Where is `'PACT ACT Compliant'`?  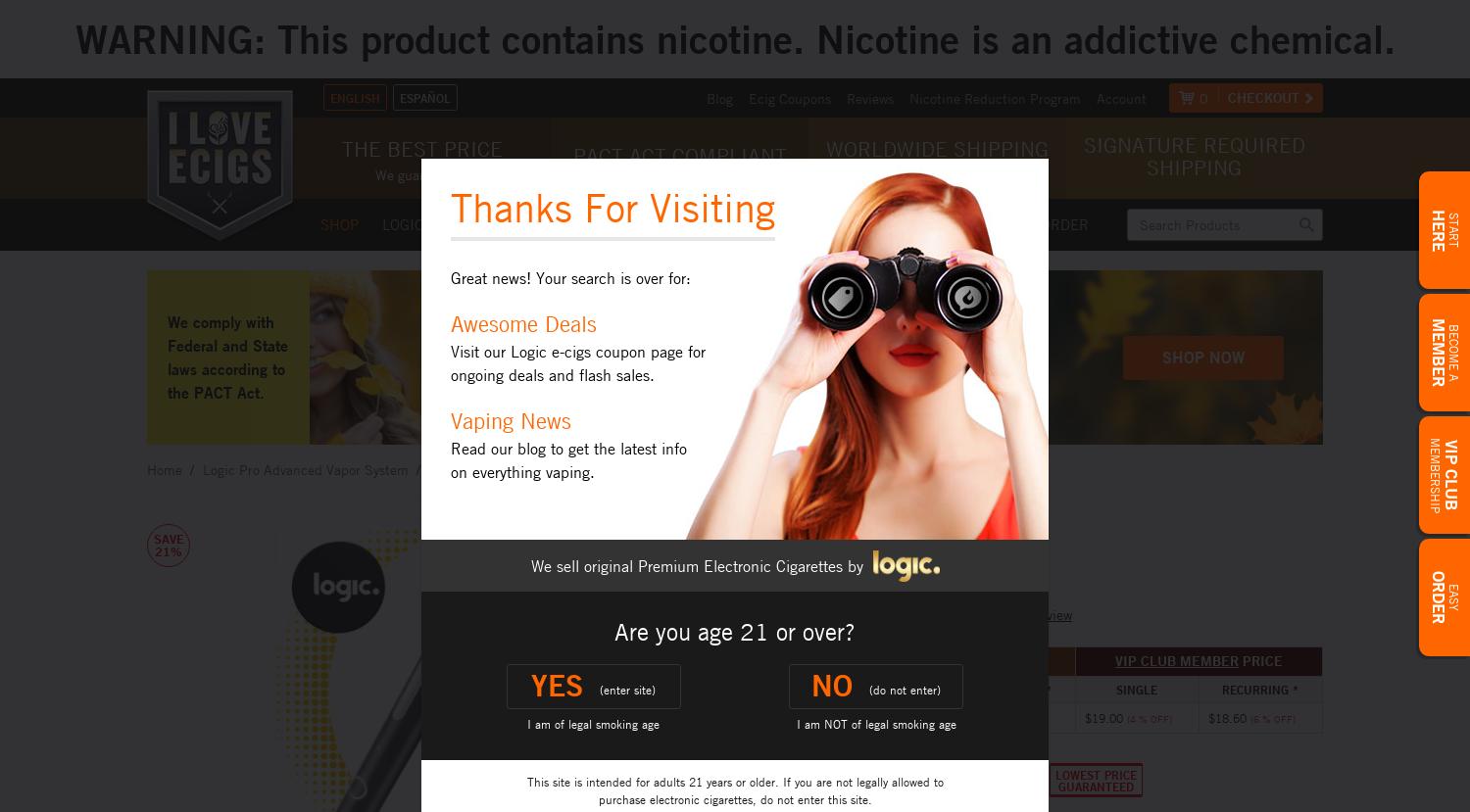 'PACT ACT Compliant' is located at coordinates (678, 156).